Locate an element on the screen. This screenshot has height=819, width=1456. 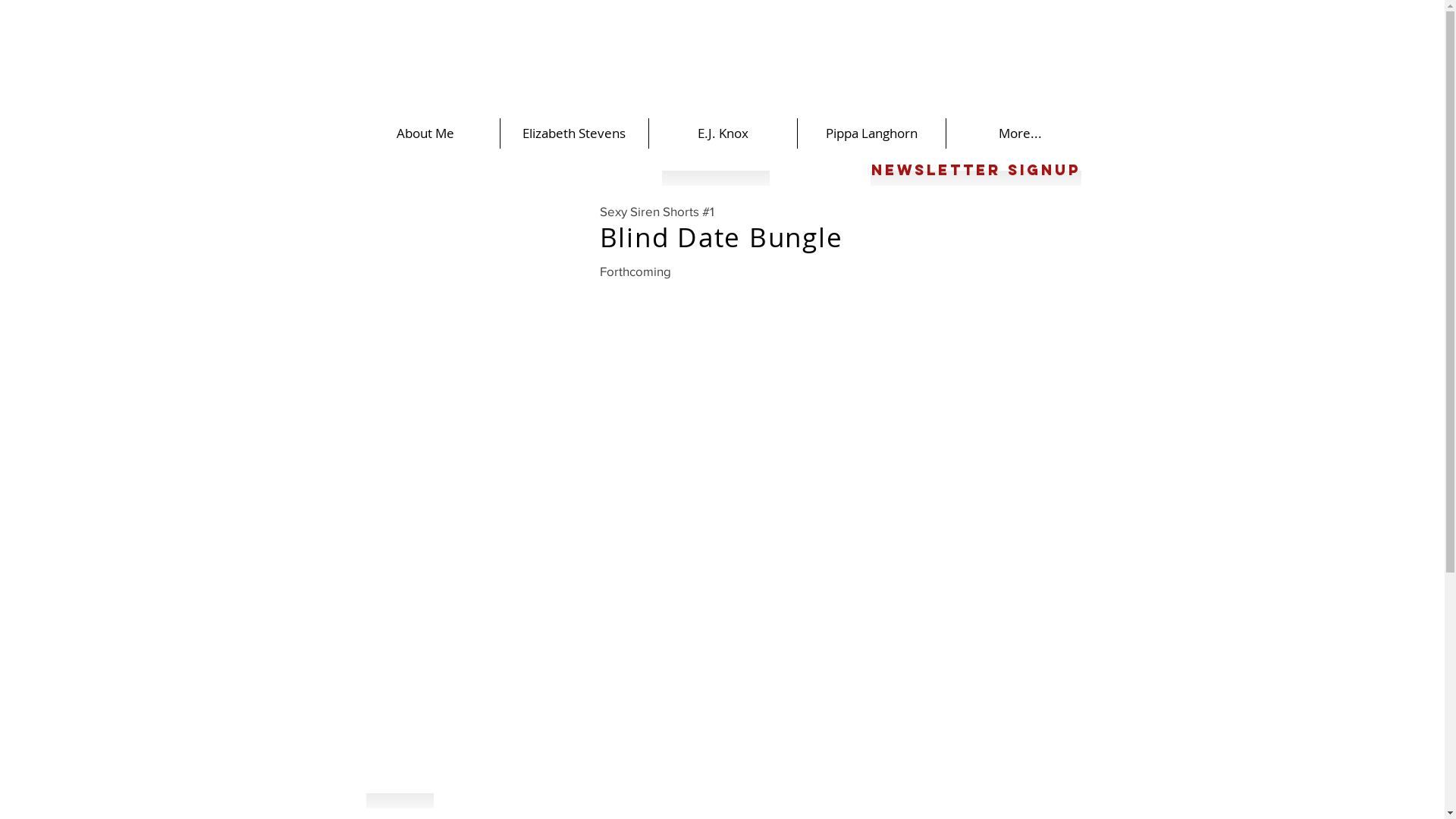
'Newsletter Signup' is located at coordinates (870, 170).